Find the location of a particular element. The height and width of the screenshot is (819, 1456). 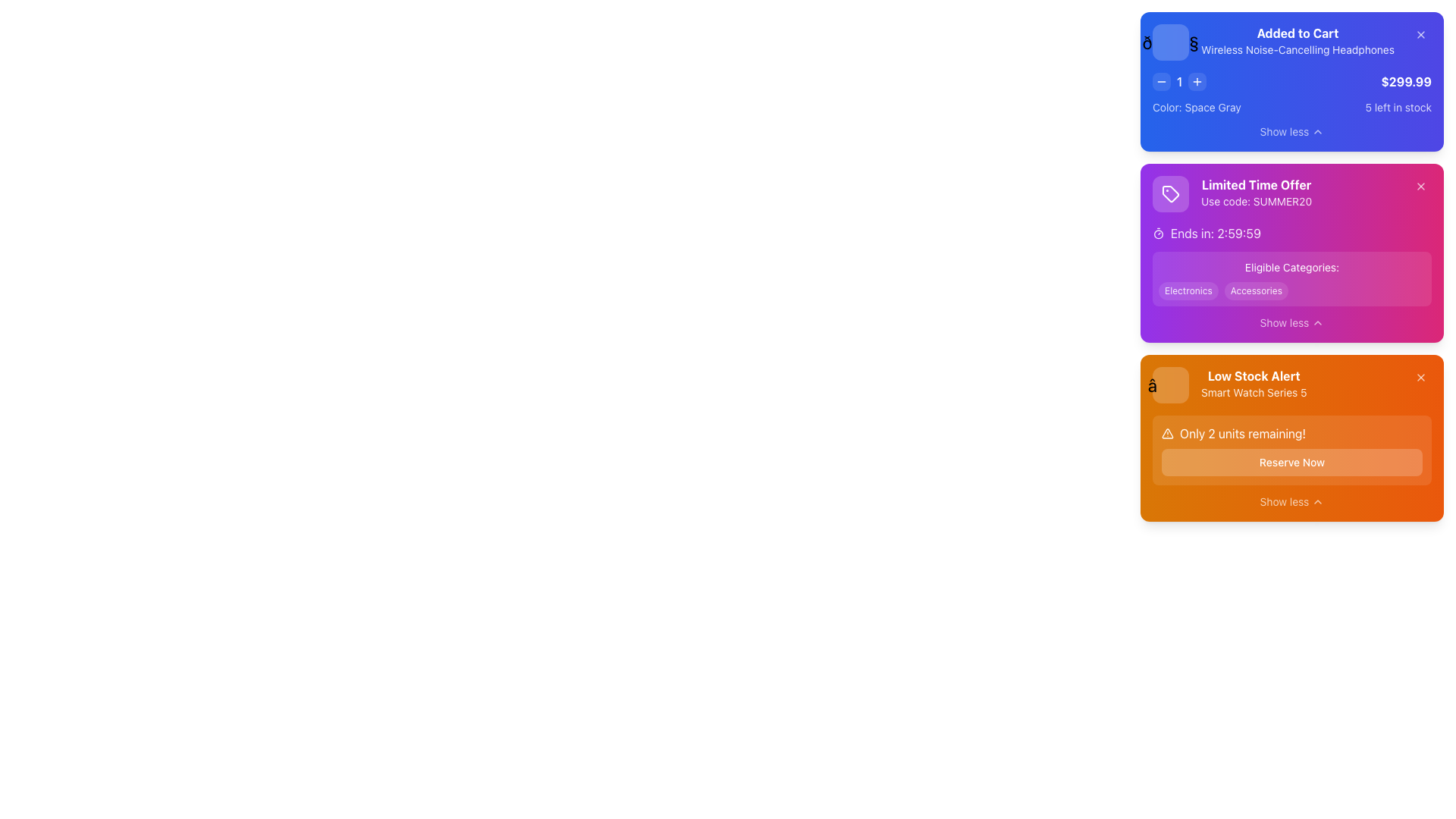

the toggle button located at the bottom of the blue card to change its text color is located at coordinates (1291, 130).